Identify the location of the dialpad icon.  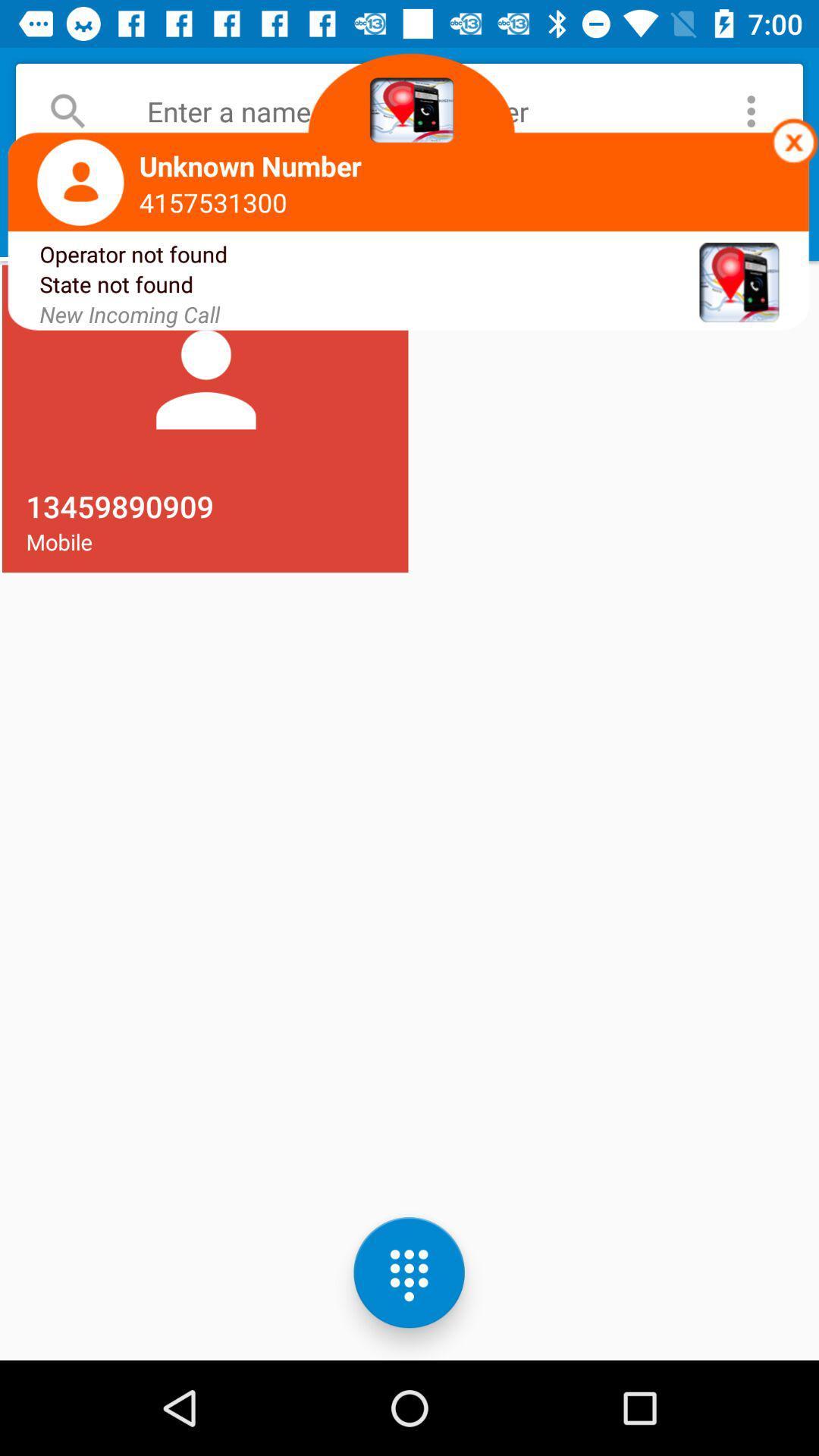
(409, 1272).